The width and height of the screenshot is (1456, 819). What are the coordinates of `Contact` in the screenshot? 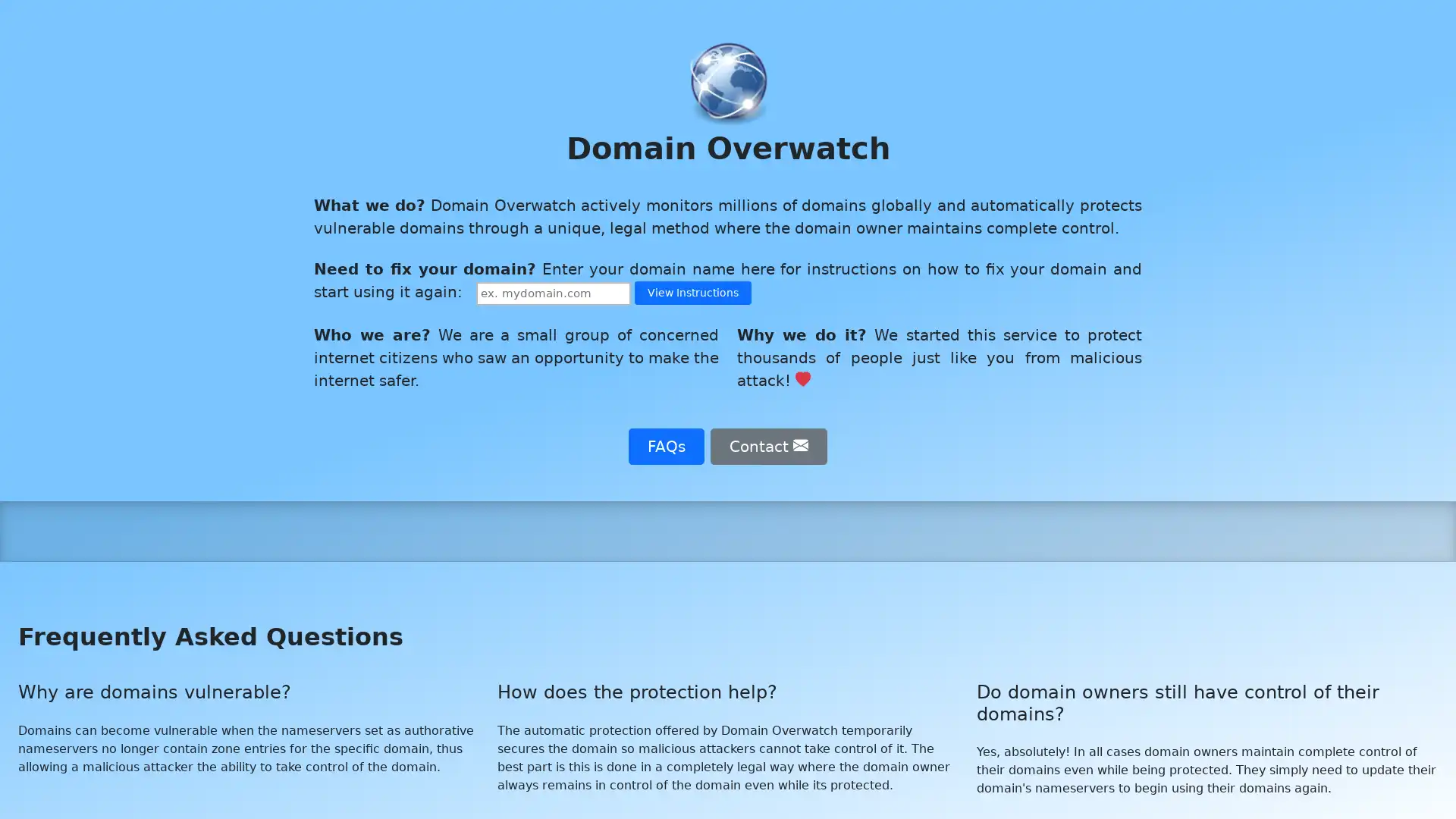 It's located at (768, 444).